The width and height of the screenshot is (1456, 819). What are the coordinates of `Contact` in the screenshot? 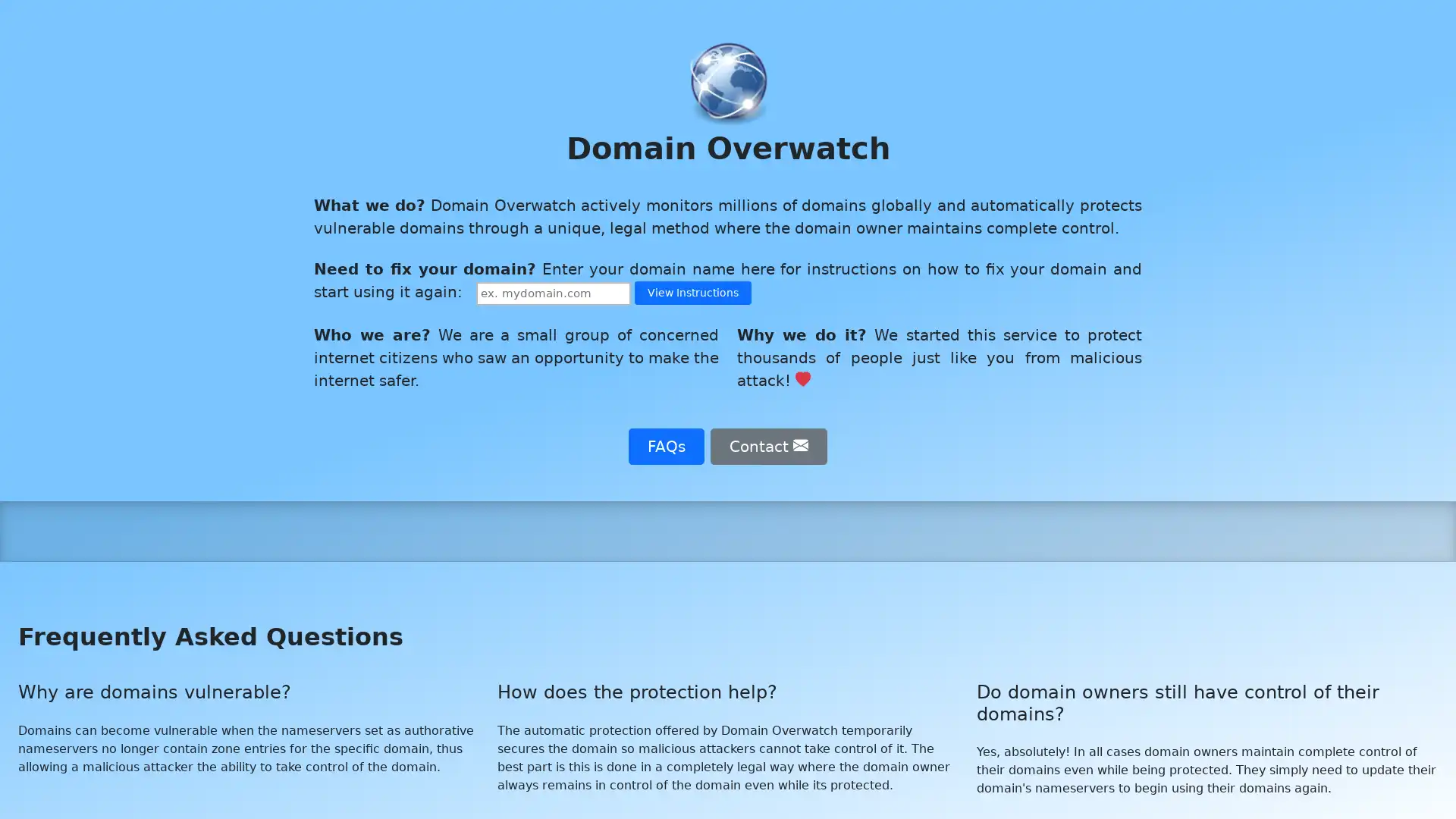 It's located at (768, 444).